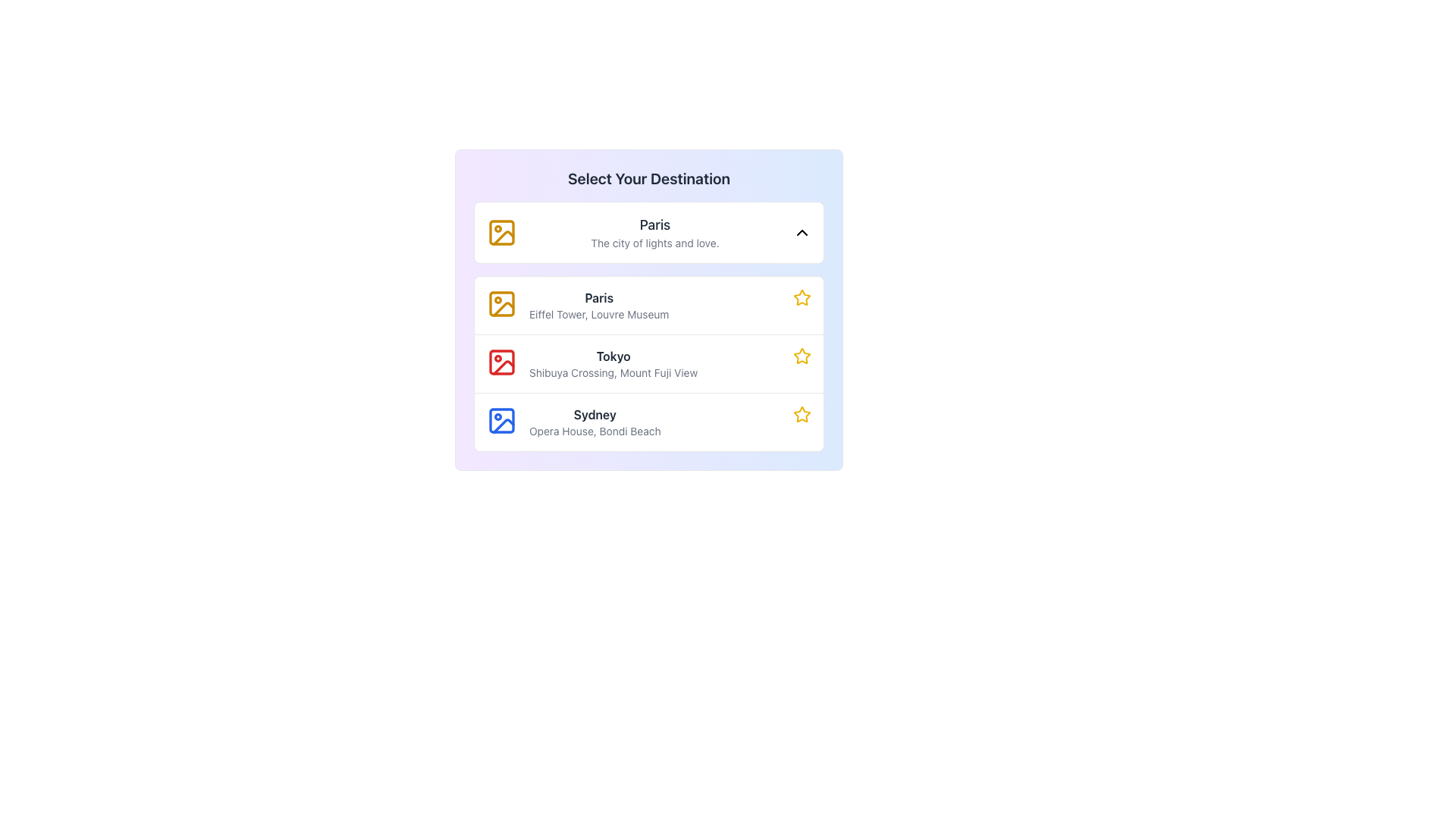 The width and height of the screenshot is (1456, 819). Describe the element at coordinates (502, 362) in the screenshot. I see `the design of the red square-shaped icon with rounded corners located to the left of the 'Tokyo' text in the destinations list` at that location.